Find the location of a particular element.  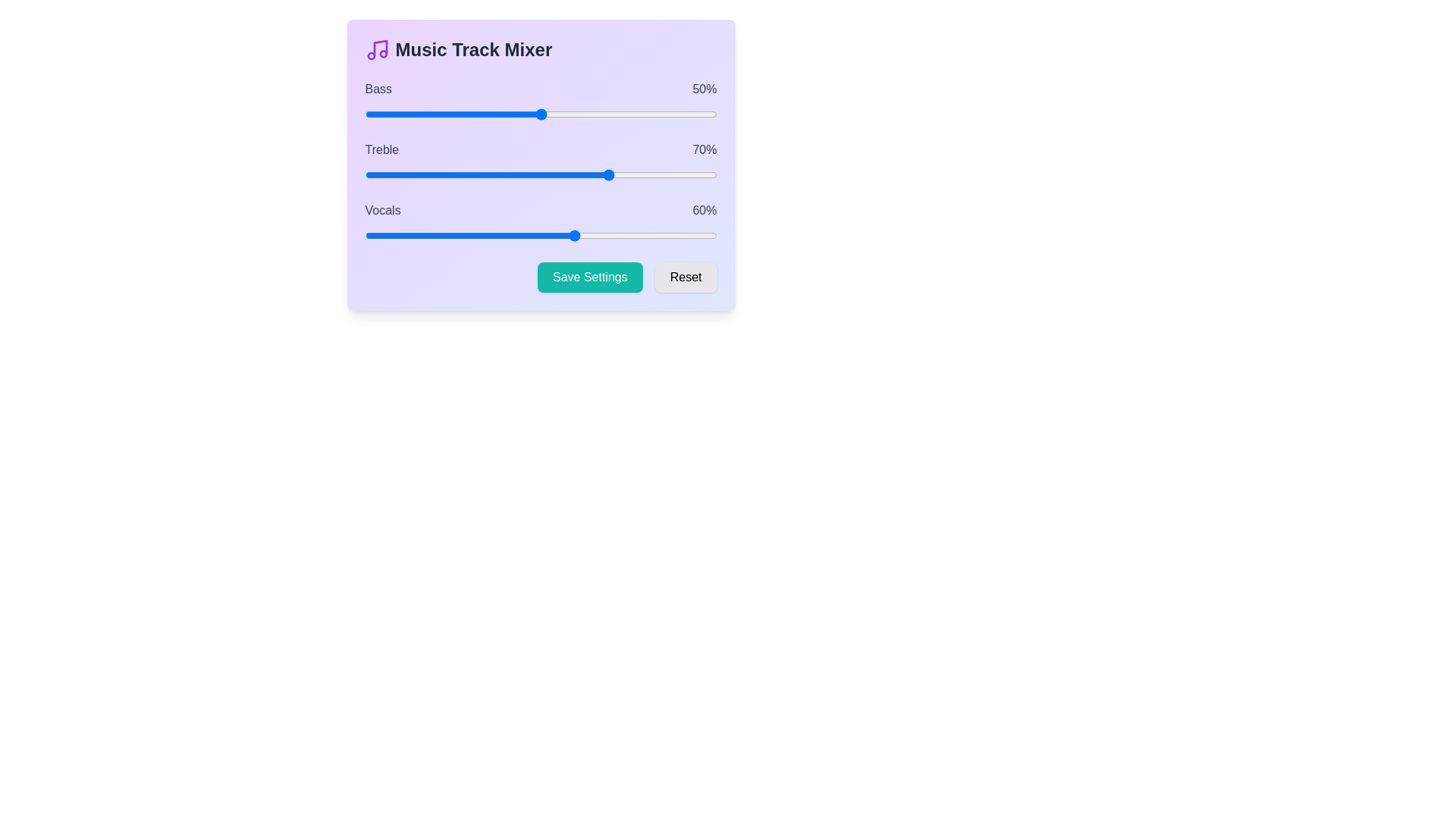

the 0 slider to 53% is located at coordinates (551, 113).